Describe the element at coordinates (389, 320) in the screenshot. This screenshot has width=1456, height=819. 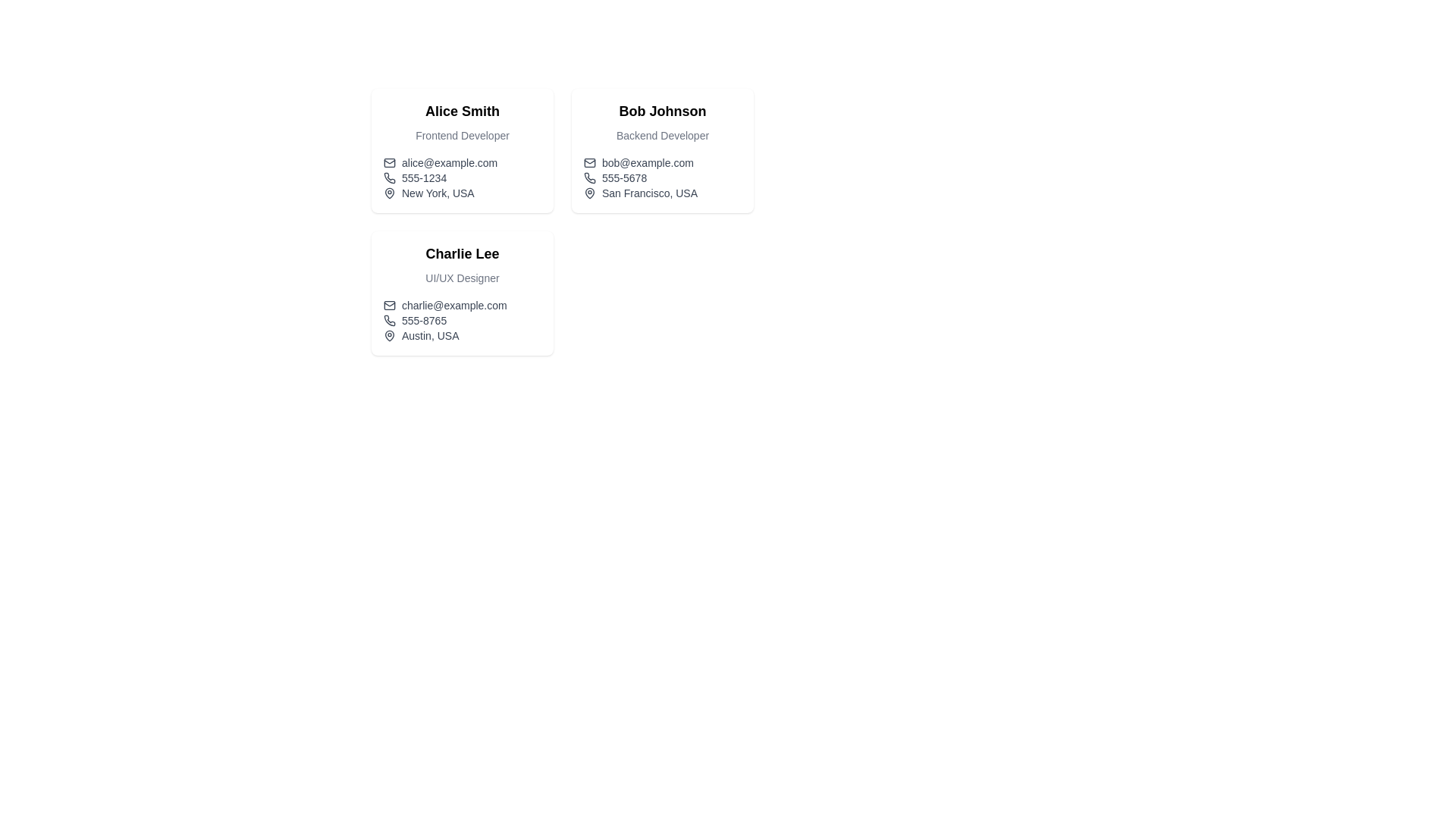
I see `the phone icon located` at that location.